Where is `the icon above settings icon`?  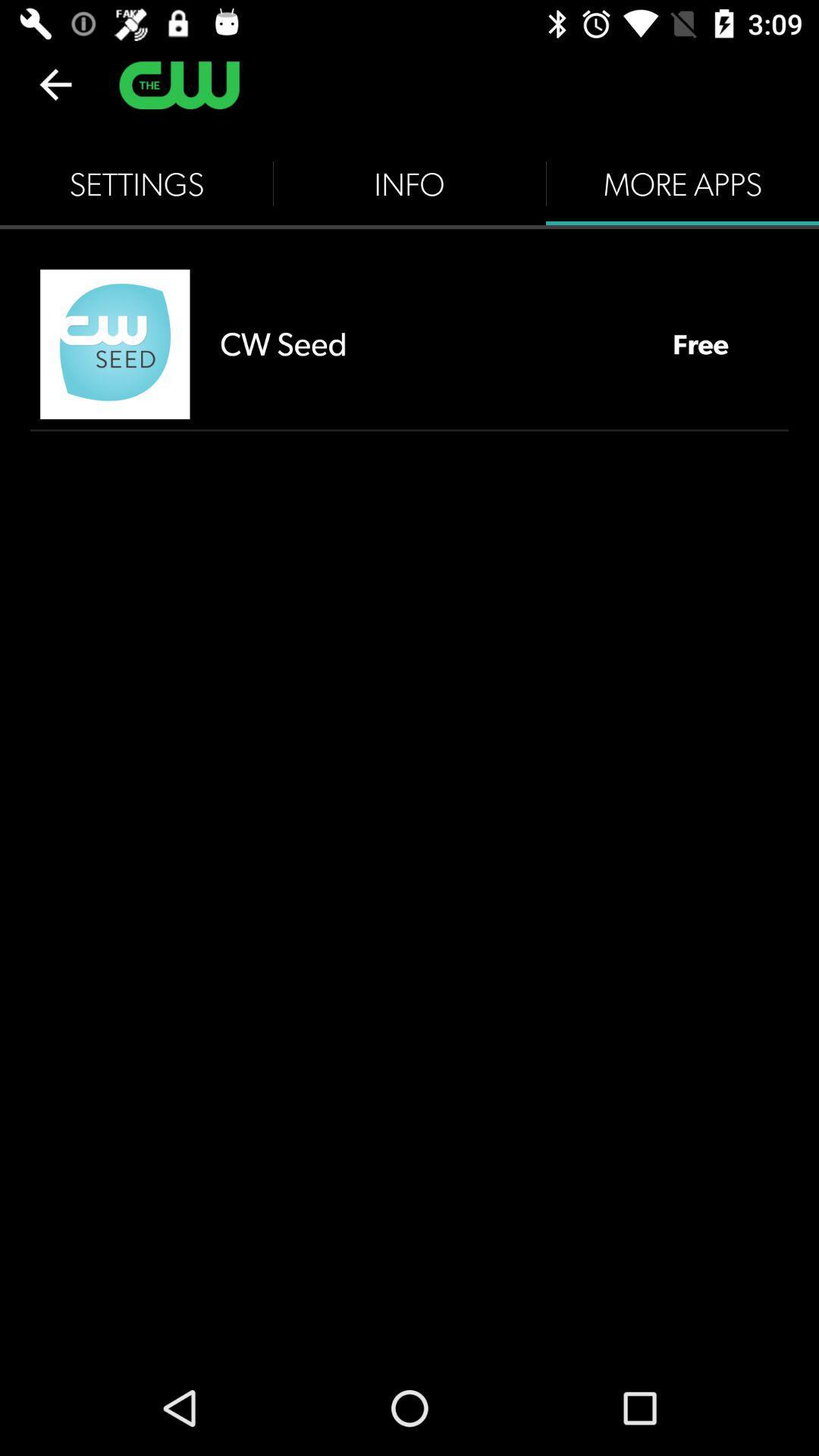
the icon above settings icon is located at coordinates (55, 83).